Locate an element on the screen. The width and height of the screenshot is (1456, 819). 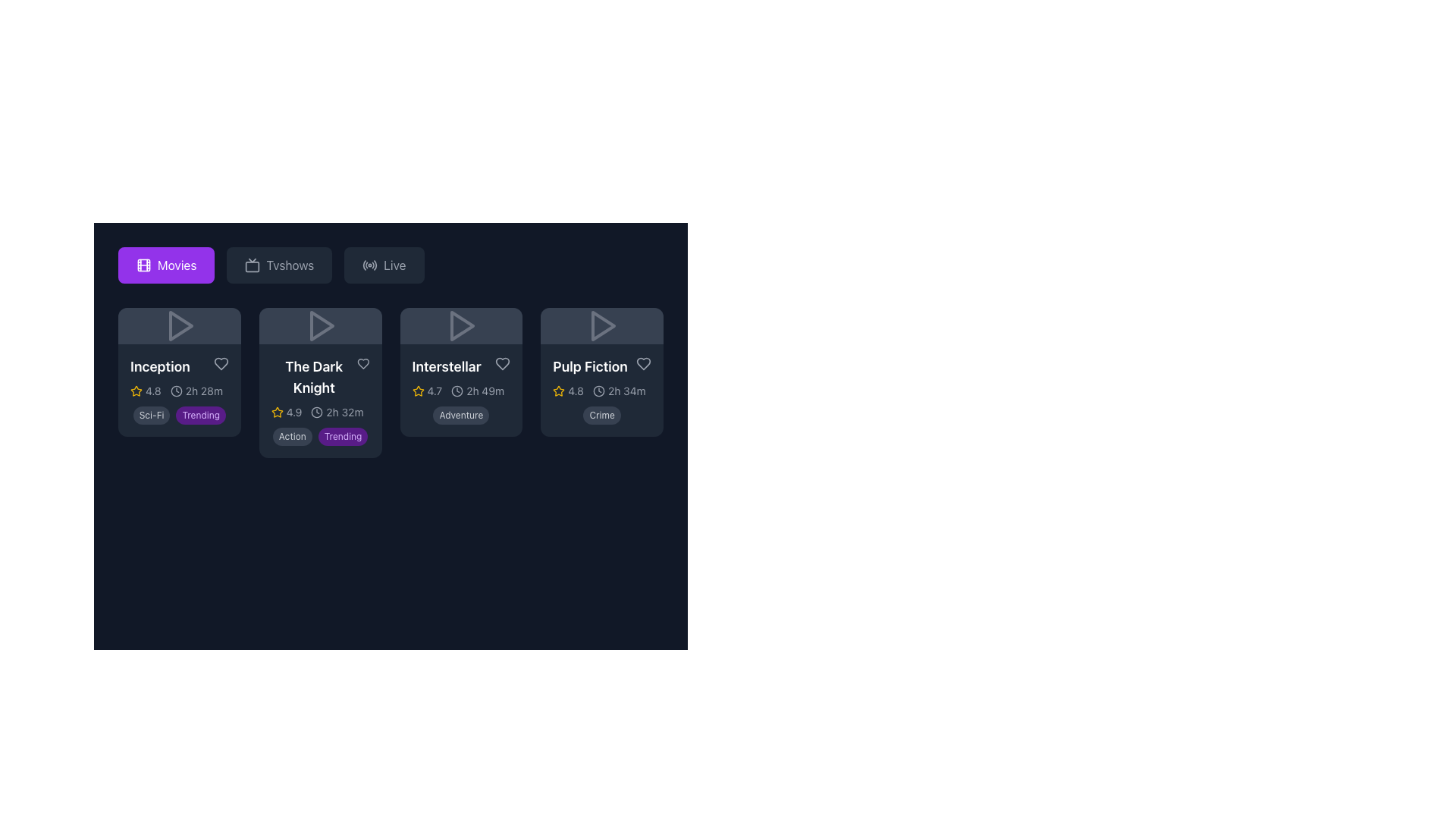
the star icon representing the rating for the movie 'Interstellar' is located at coordinates (418, 391).